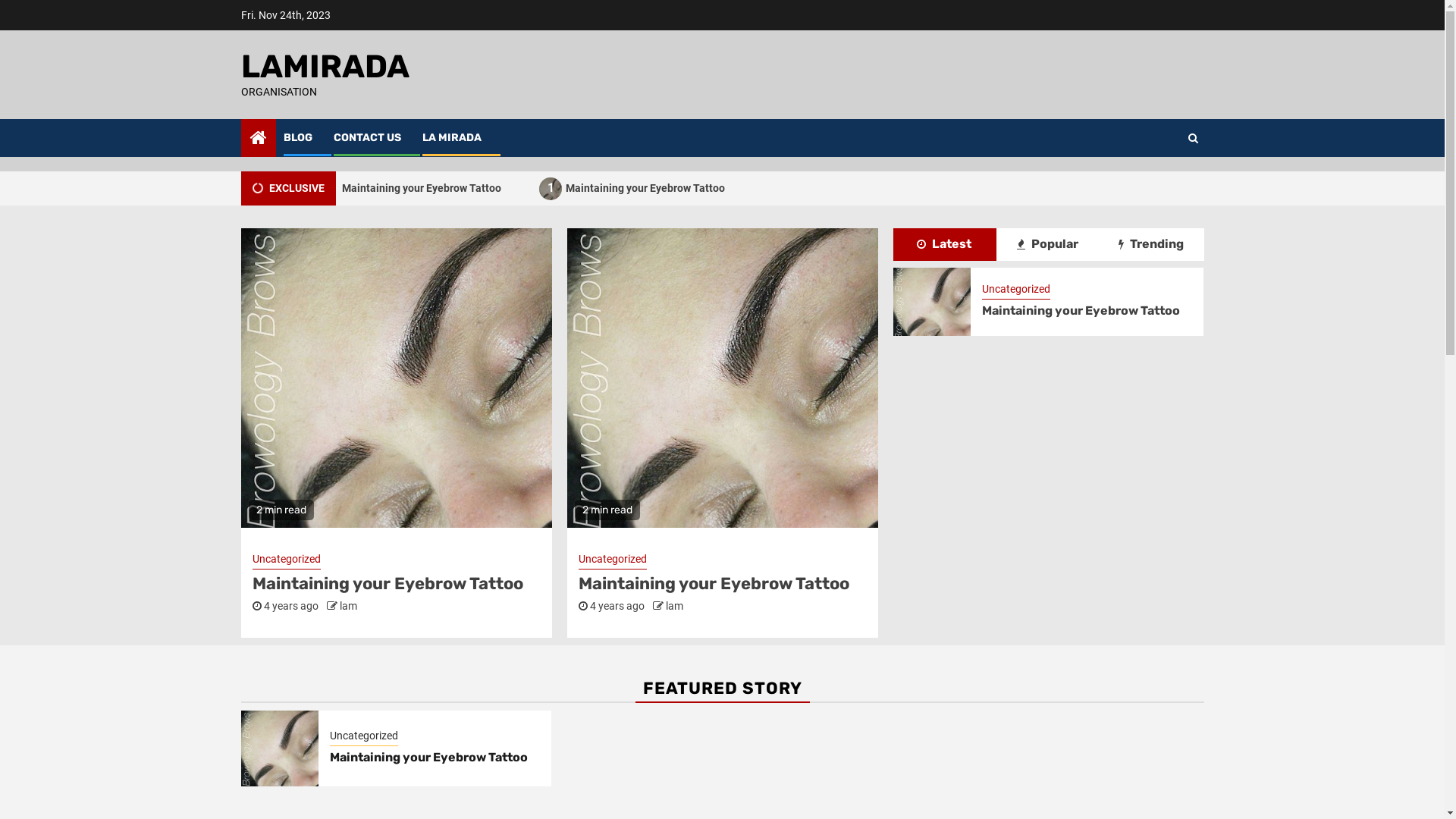 Image resolution: width=1456 pixels, height=819 pixels. What do you see at coordinates (1106, 243) in the screenshot?
I see `'Trending'` at bounding box center [1106, 243].